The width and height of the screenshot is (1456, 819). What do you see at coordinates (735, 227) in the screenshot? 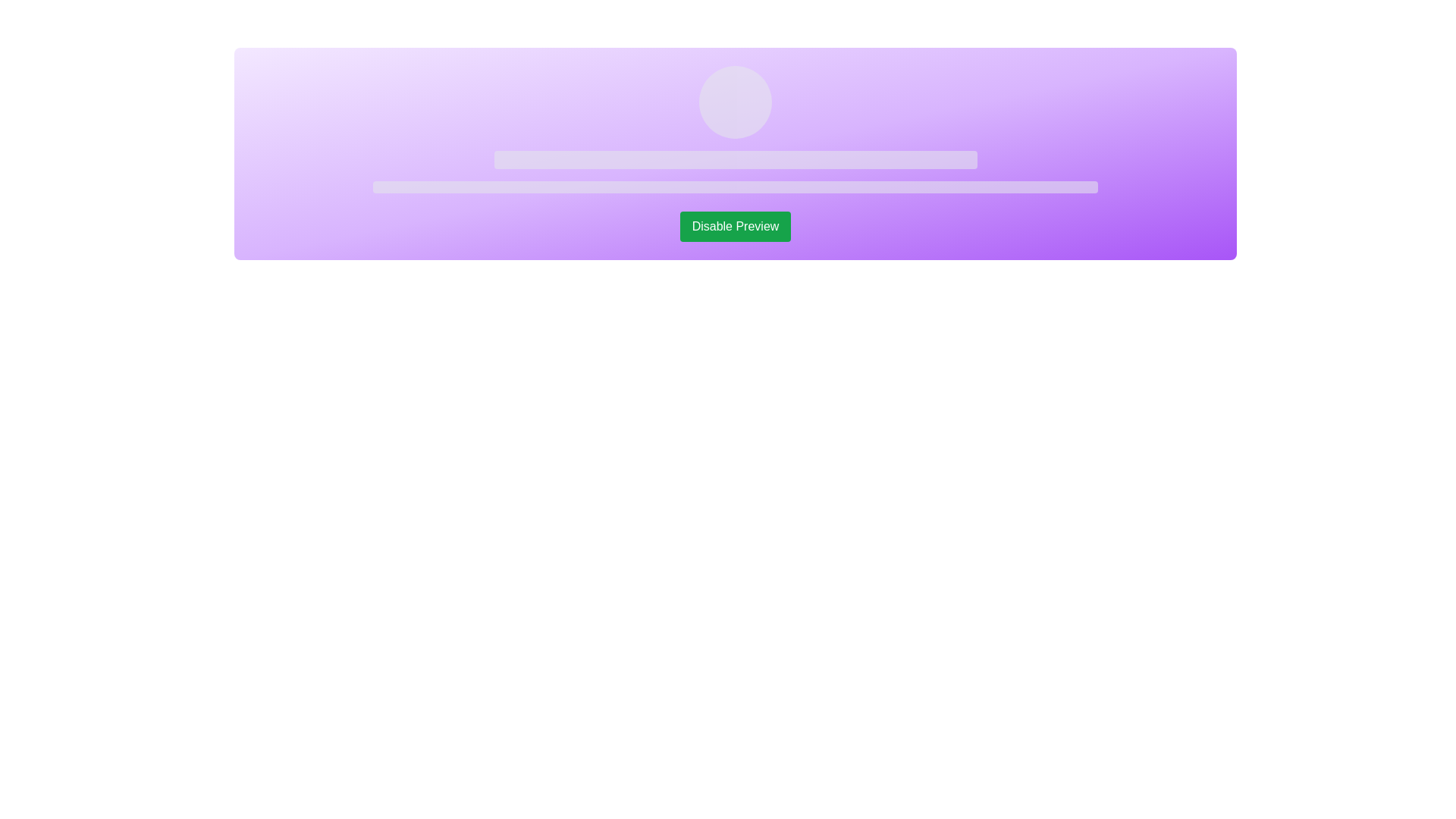
I see `the button located in the lower section of the purple gradient background` at bounding box center [735, 227].